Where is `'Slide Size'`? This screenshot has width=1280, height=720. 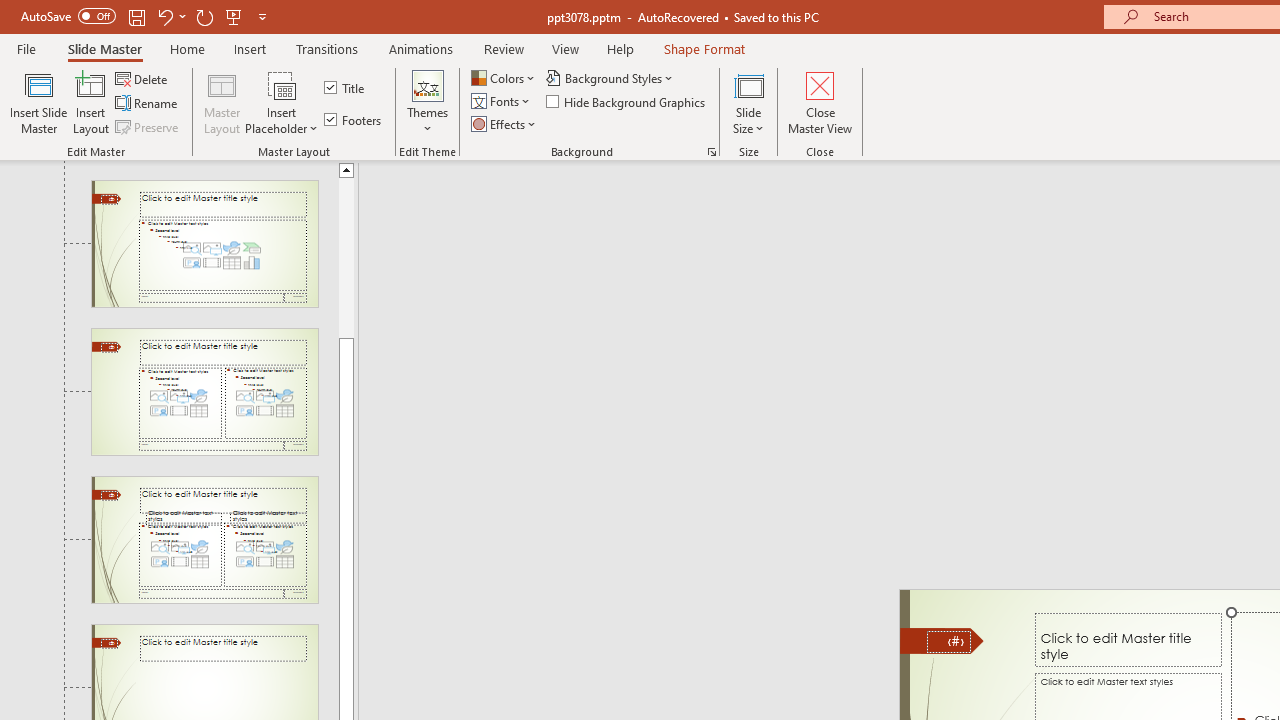 'Slide Size' is located at coordinates (748, 103).